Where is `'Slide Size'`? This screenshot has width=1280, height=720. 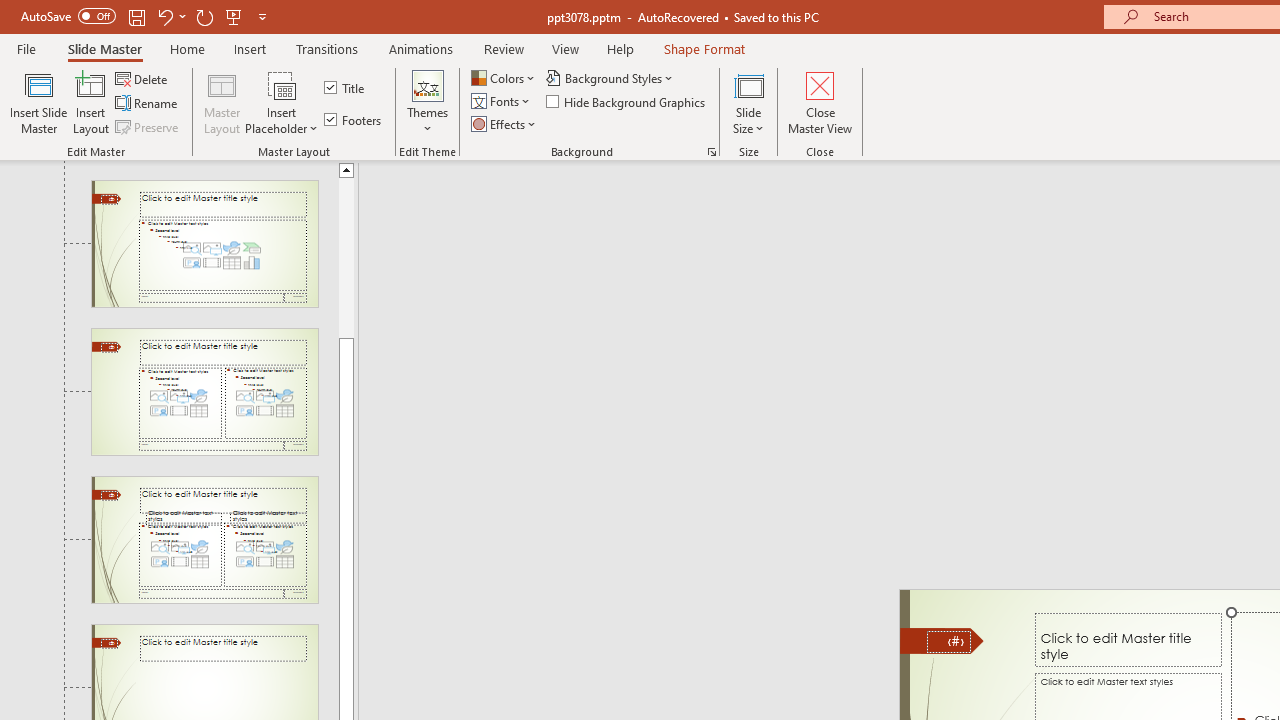 'Slide Size' is located at coordinates (748, 103).